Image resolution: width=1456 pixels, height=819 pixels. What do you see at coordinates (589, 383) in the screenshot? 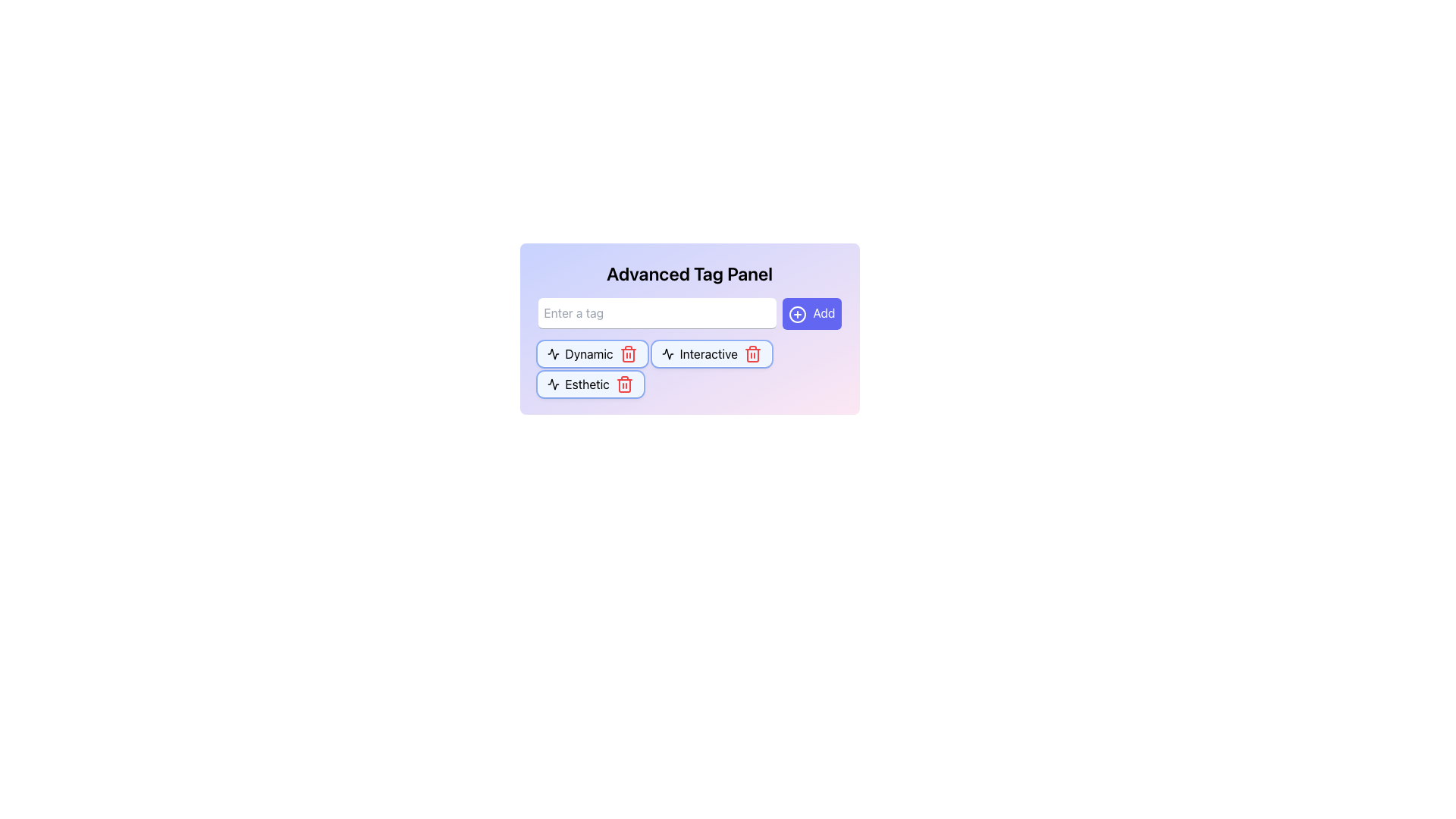
I see `to select or activate the 'Esthetic' interactive tag, which is the third chip-style tag located in the 'Advanced Tag Panel' interface` at bounding box center [589, 383].